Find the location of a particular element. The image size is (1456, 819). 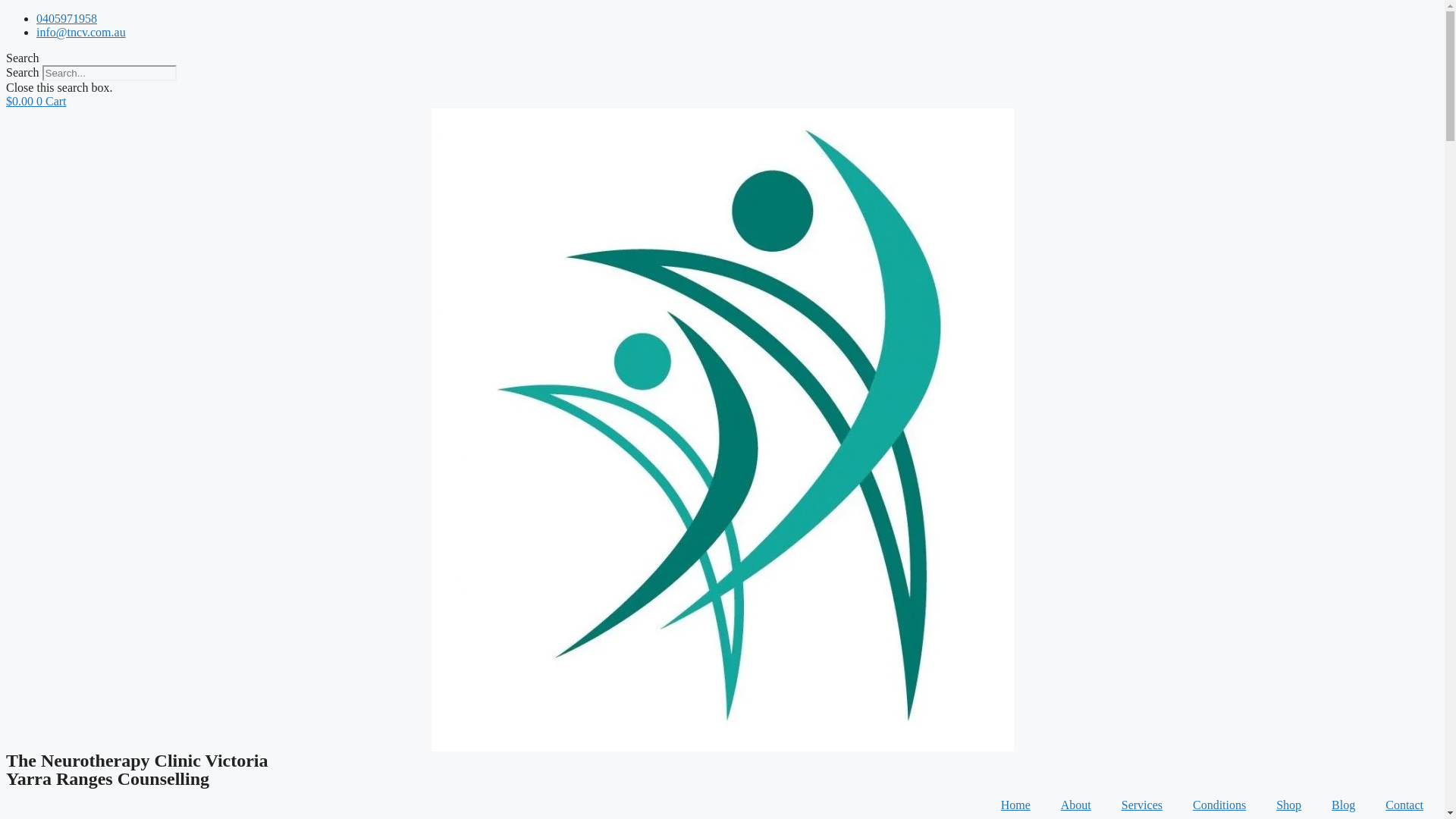

'$0.00 0 Cart' is located at coordinates (6, 101).